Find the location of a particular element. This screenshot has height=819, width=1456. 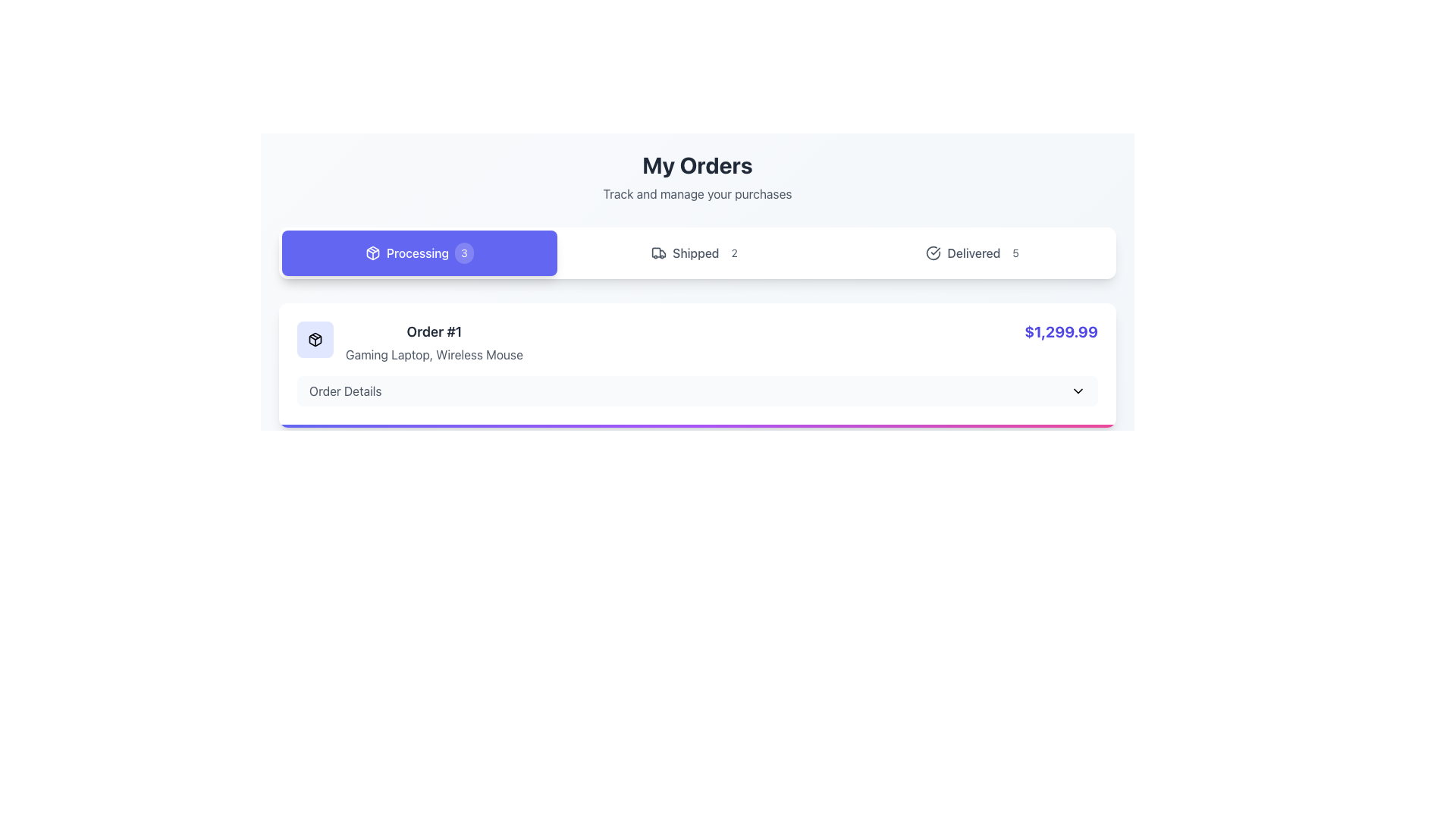

subtext 'Track and manage your purchases' of the 'My Orders' section header located at the top of the page is located at coordinates (697, 177).